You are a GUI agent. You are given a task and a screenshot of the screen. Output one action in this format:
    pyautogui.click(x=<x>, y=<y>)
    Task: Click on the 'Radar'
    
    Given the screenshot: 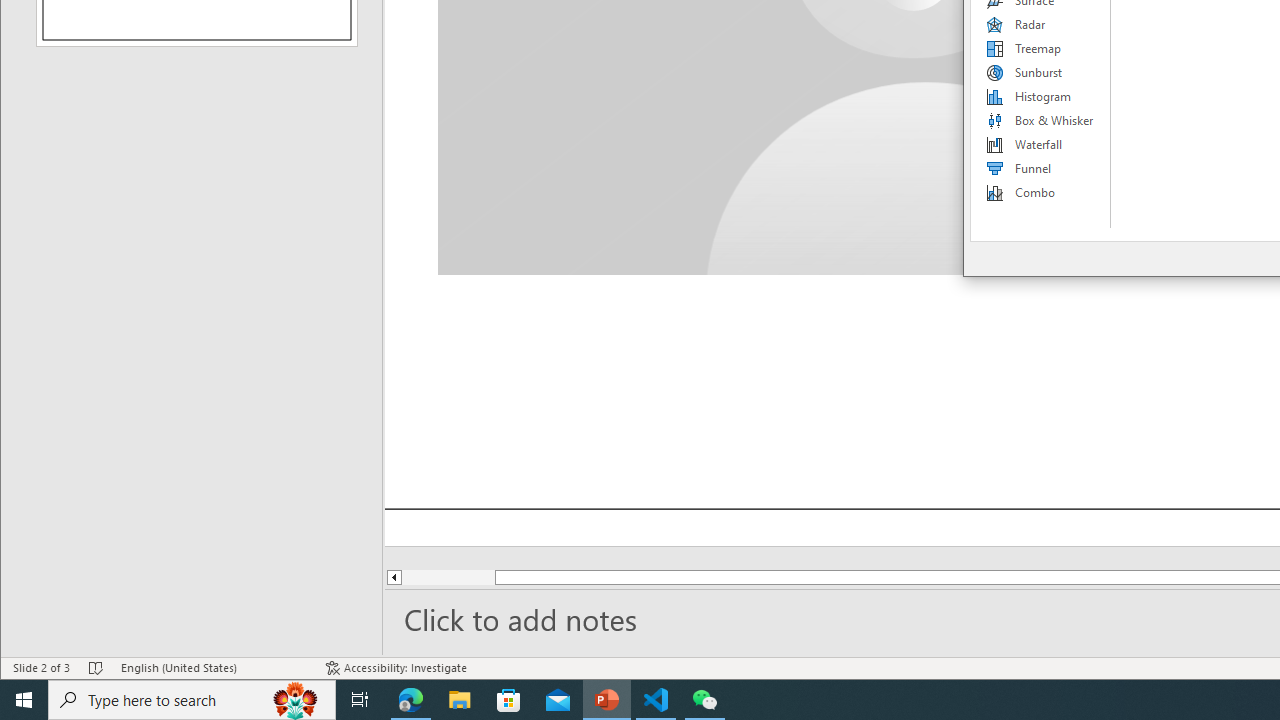 What is the action you would take?
    pyautogui.click(x=1040, y=24)
    